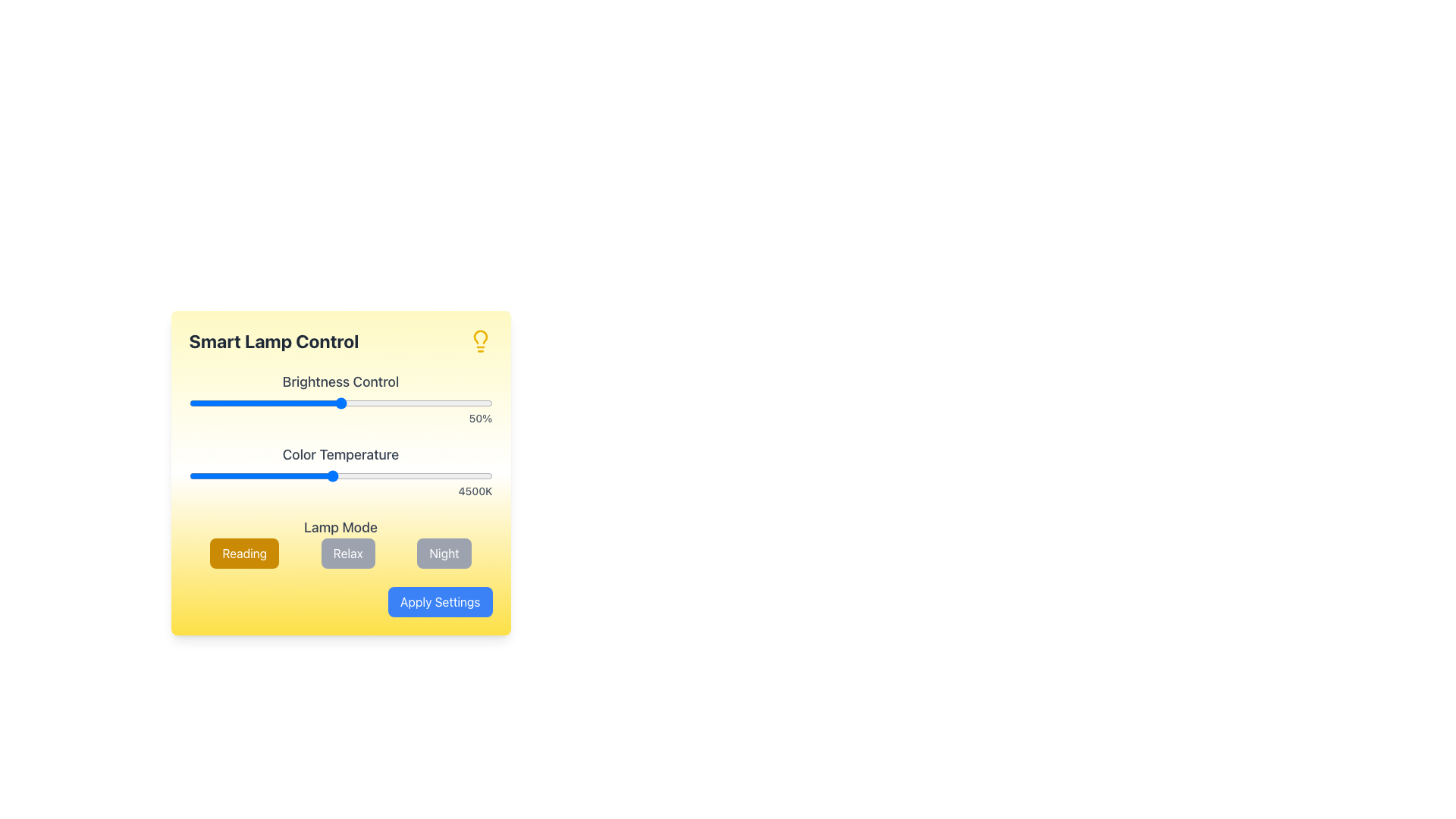 The image size is (1456, 819). What do you see at coordinates (347, 553) in the screenshot?
I see `the middle button labeled 'Relax'` at bounding box center [347, 553].